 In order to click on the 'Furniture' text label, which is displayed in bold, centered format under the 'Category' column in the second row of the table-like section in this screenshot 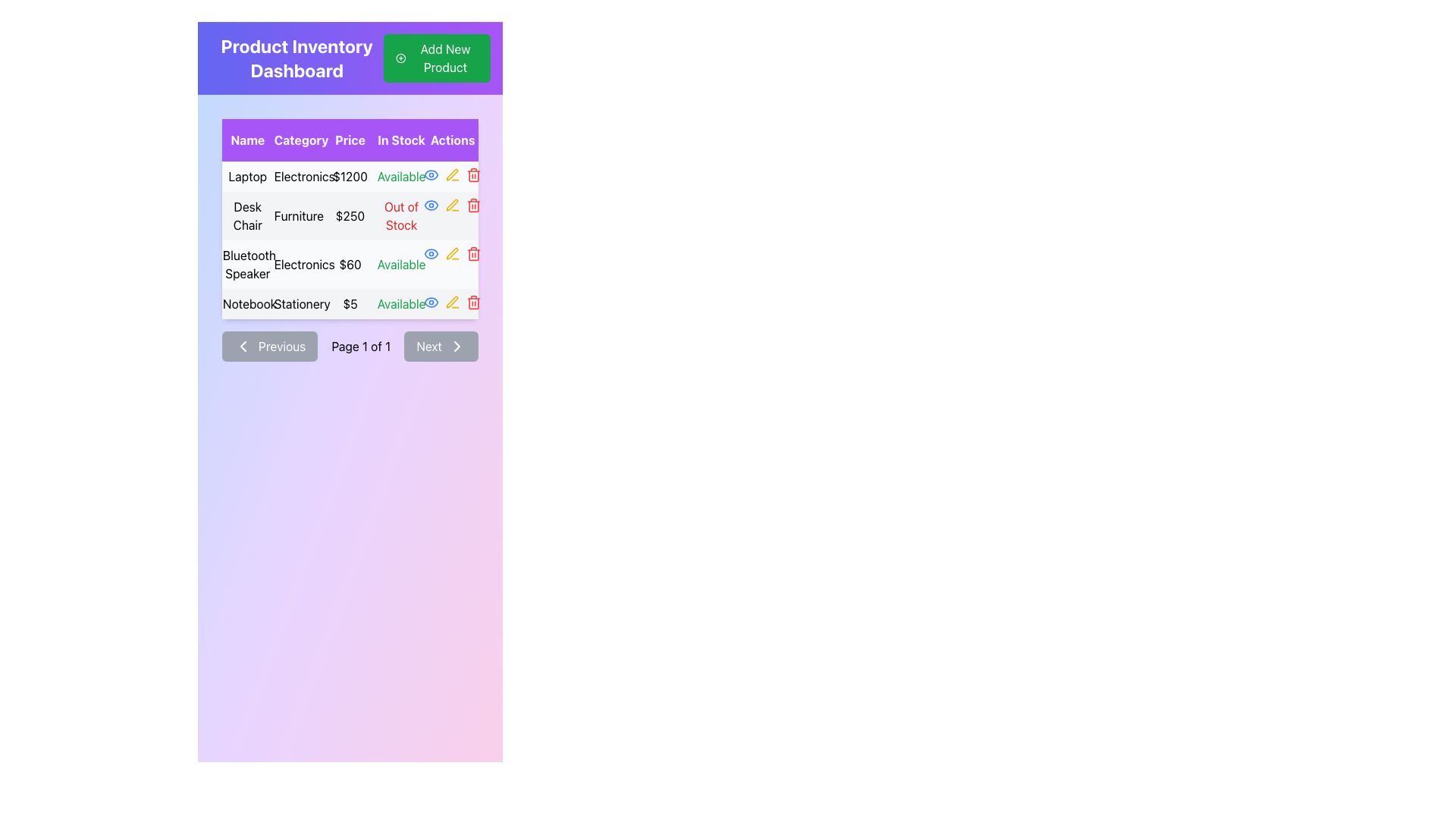, I will do `click(299, 216)`.